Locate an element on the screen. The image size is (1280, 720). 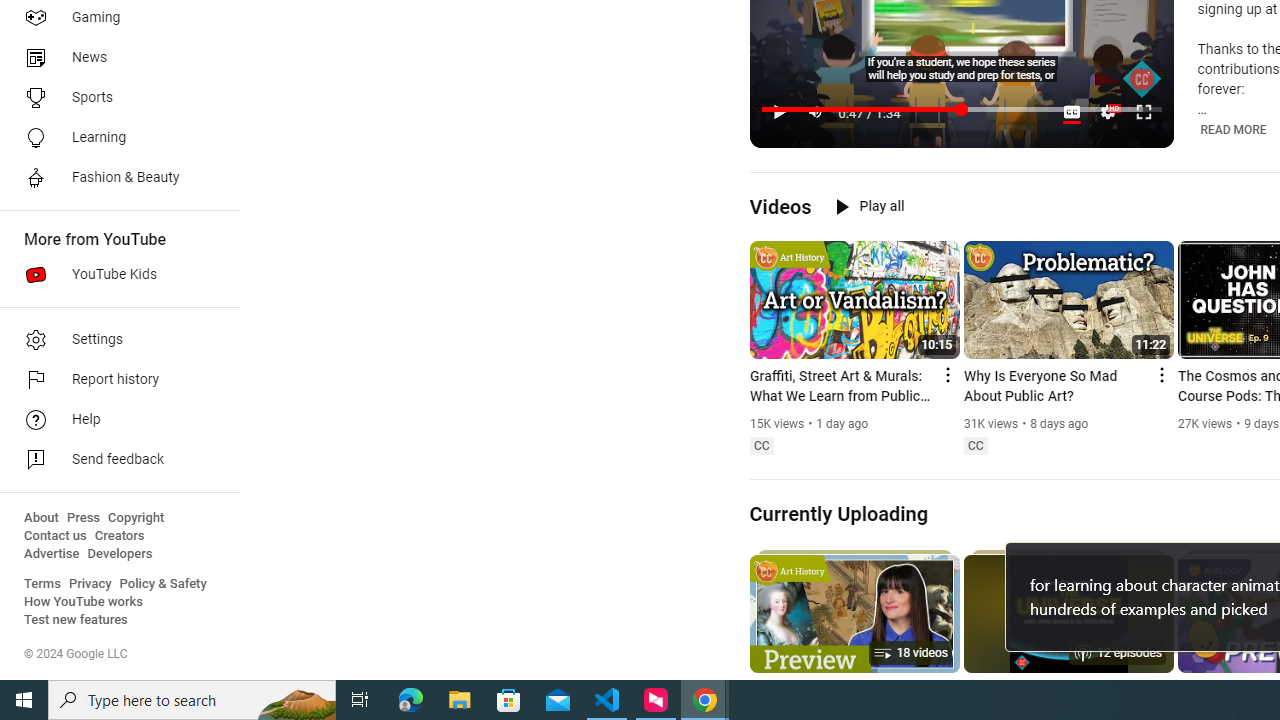
'READ MORE' is located at coordinates (1232, 129).